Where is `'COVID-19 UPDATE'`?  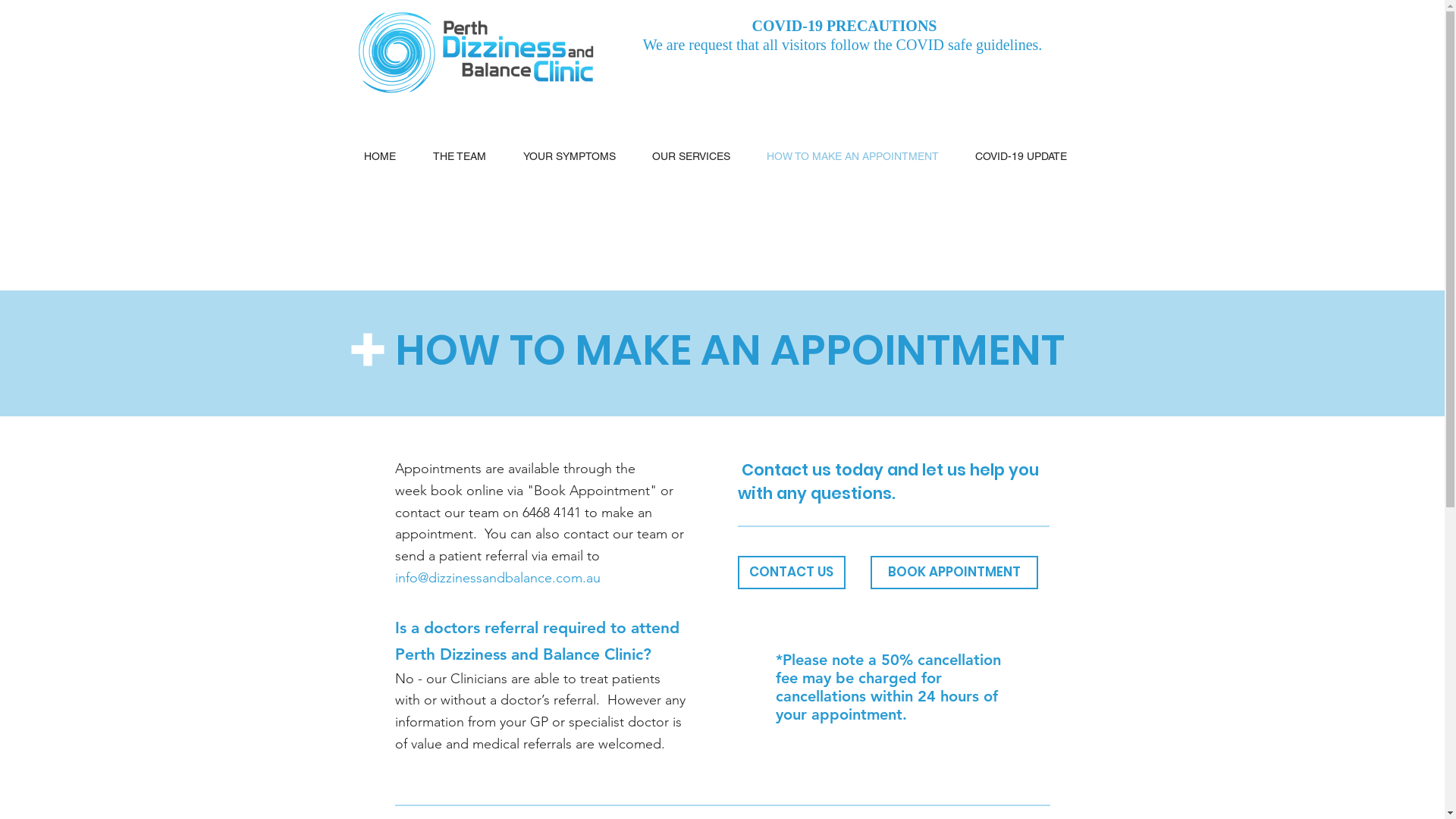
'COVID-19 UPDATE' is located at coordinates (1027, 155).